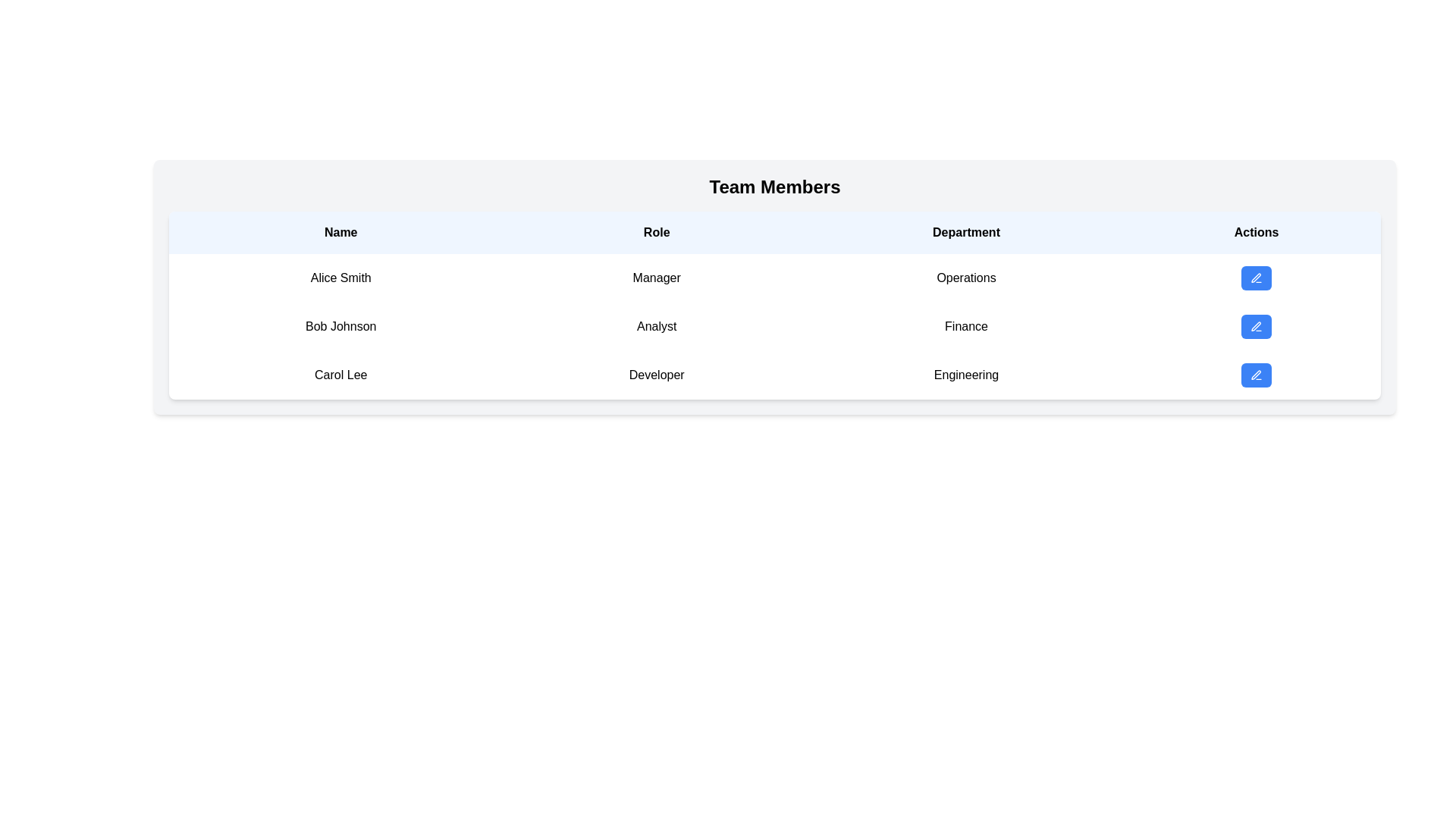  I want to click on text content of the 'Department' header label in the table, which is located between 'Role' and 'Actions' at the top of the page, so click(965, 233).